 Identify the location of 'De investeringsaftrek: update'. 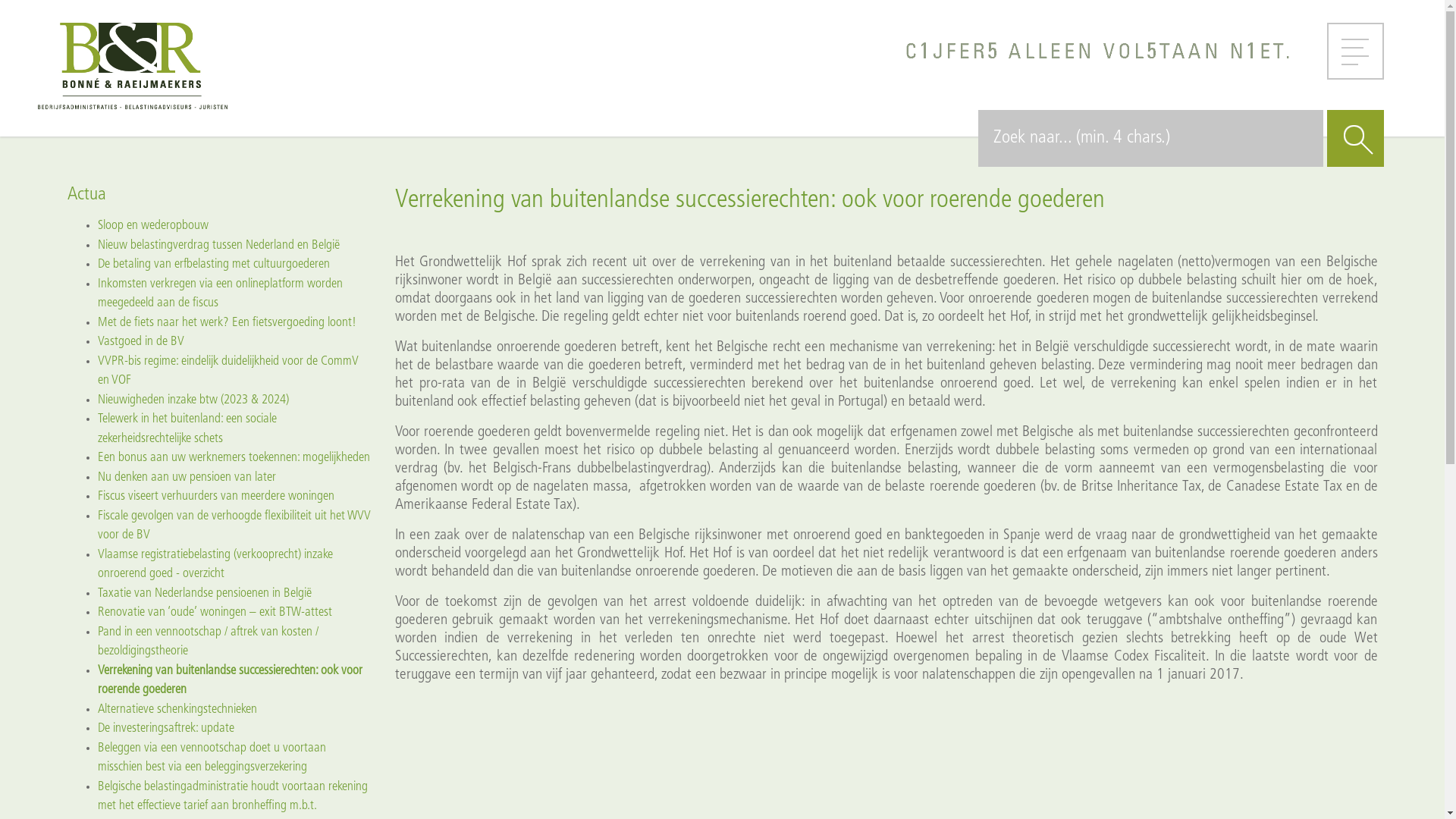
(165, 727).